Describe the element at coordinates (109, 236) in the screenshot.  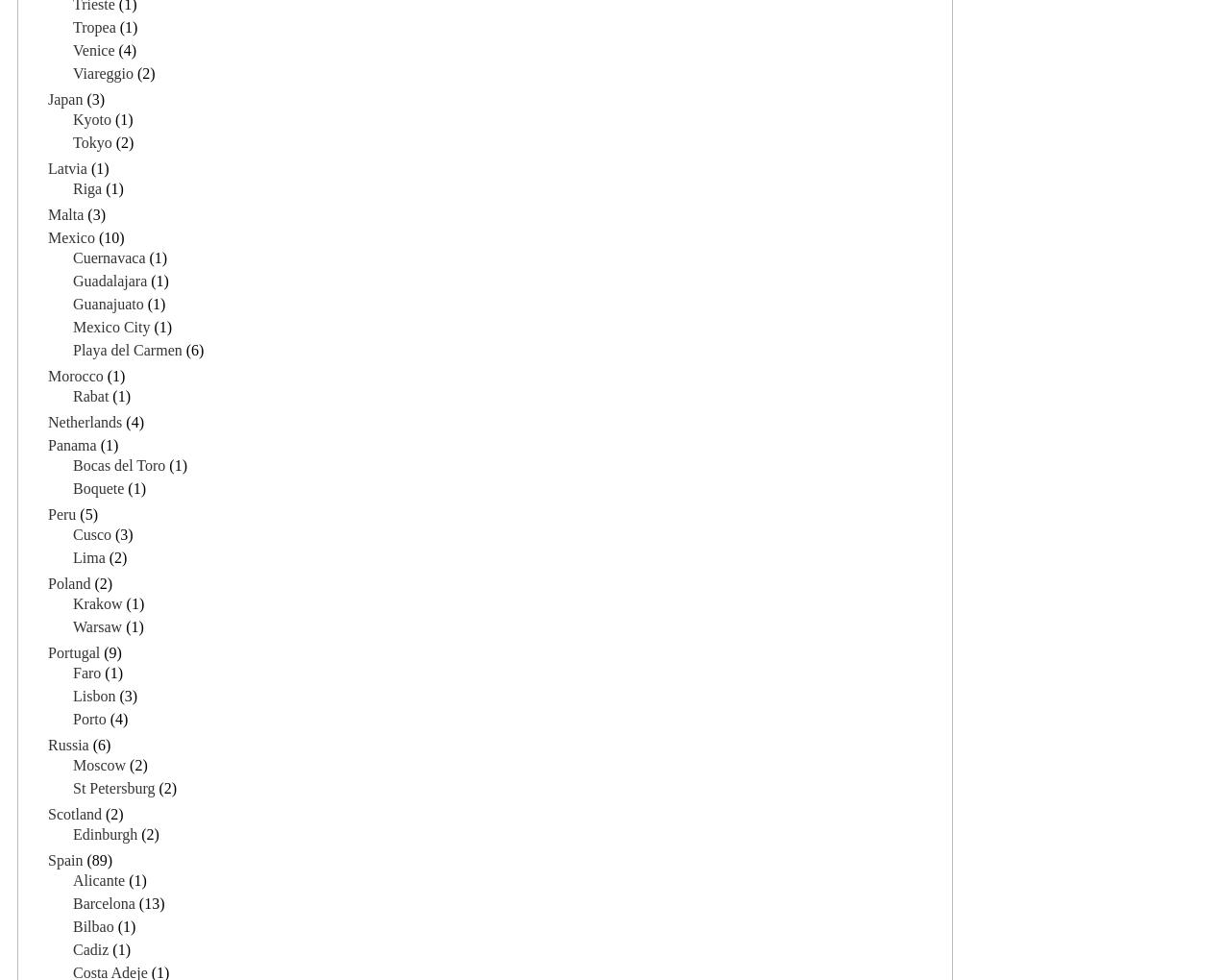
I see `'(10)'` at that location.